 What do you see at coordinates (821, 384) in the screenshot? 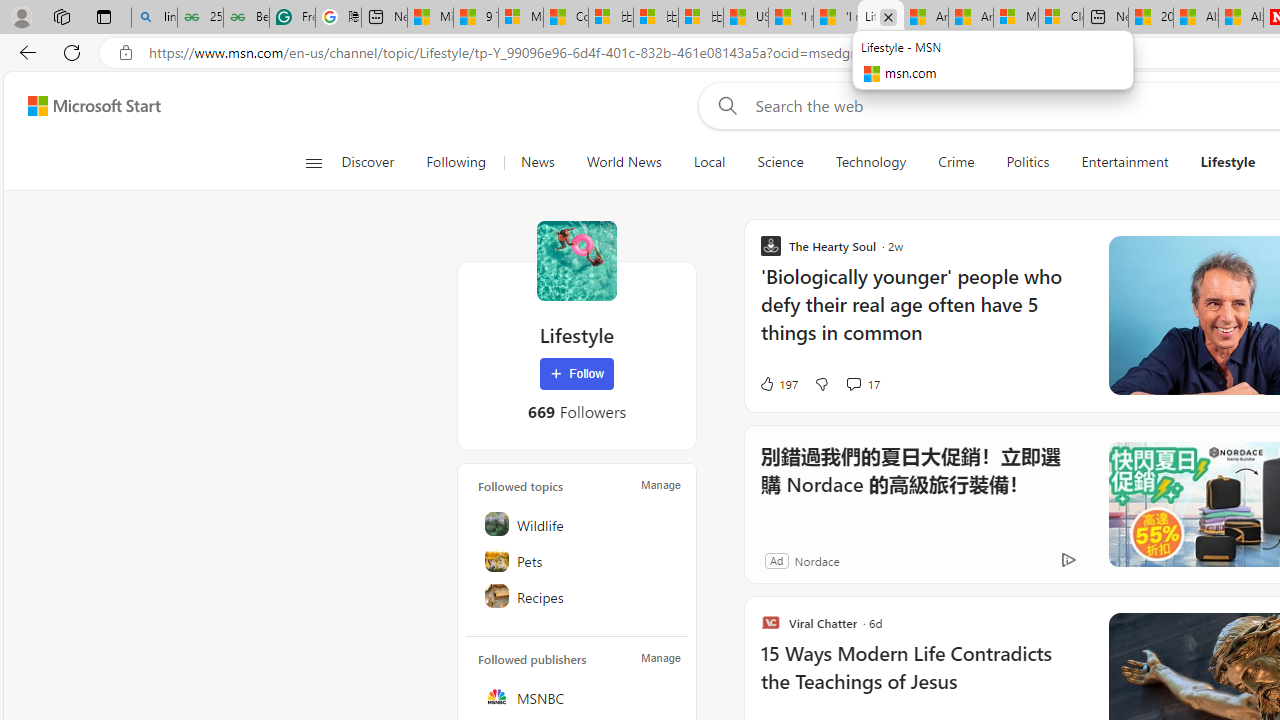
I see `'Dislike'` at bounding box center [821, 384].